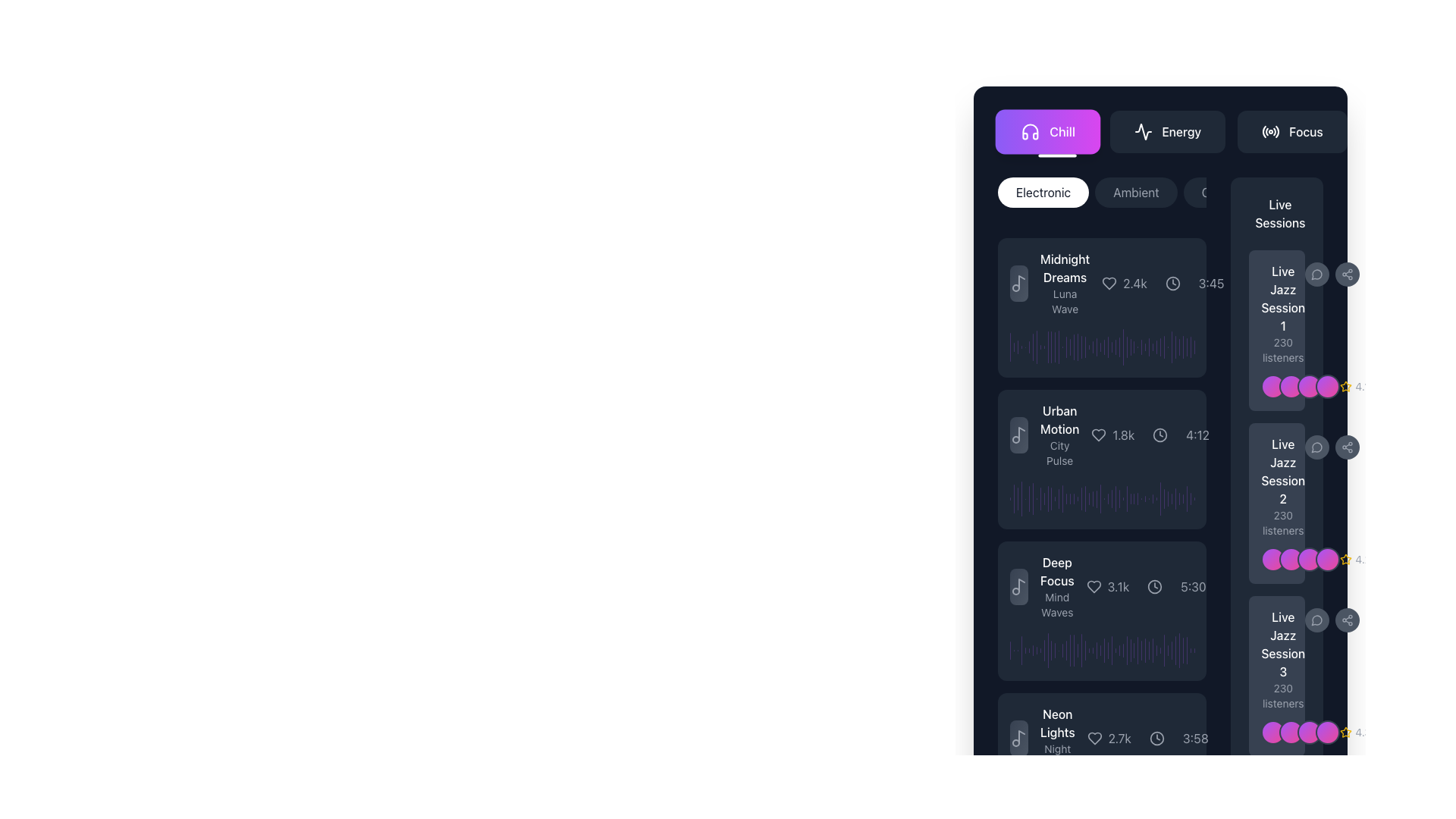  I want to click on the first button in the button section, so click(1047, 130).